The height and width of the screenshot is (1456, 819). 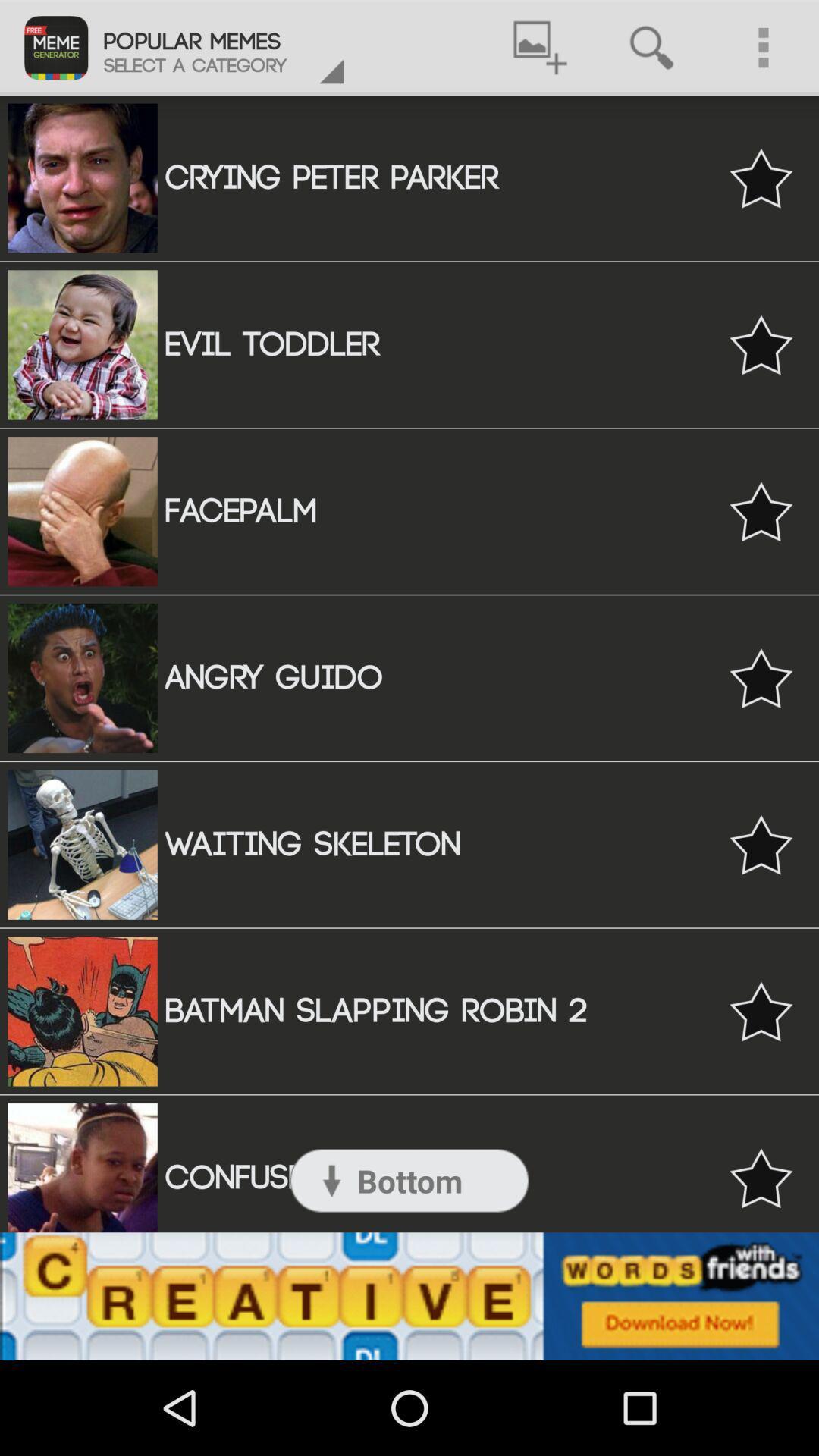 I want to click on to favorites, so click(x=761, y=844).